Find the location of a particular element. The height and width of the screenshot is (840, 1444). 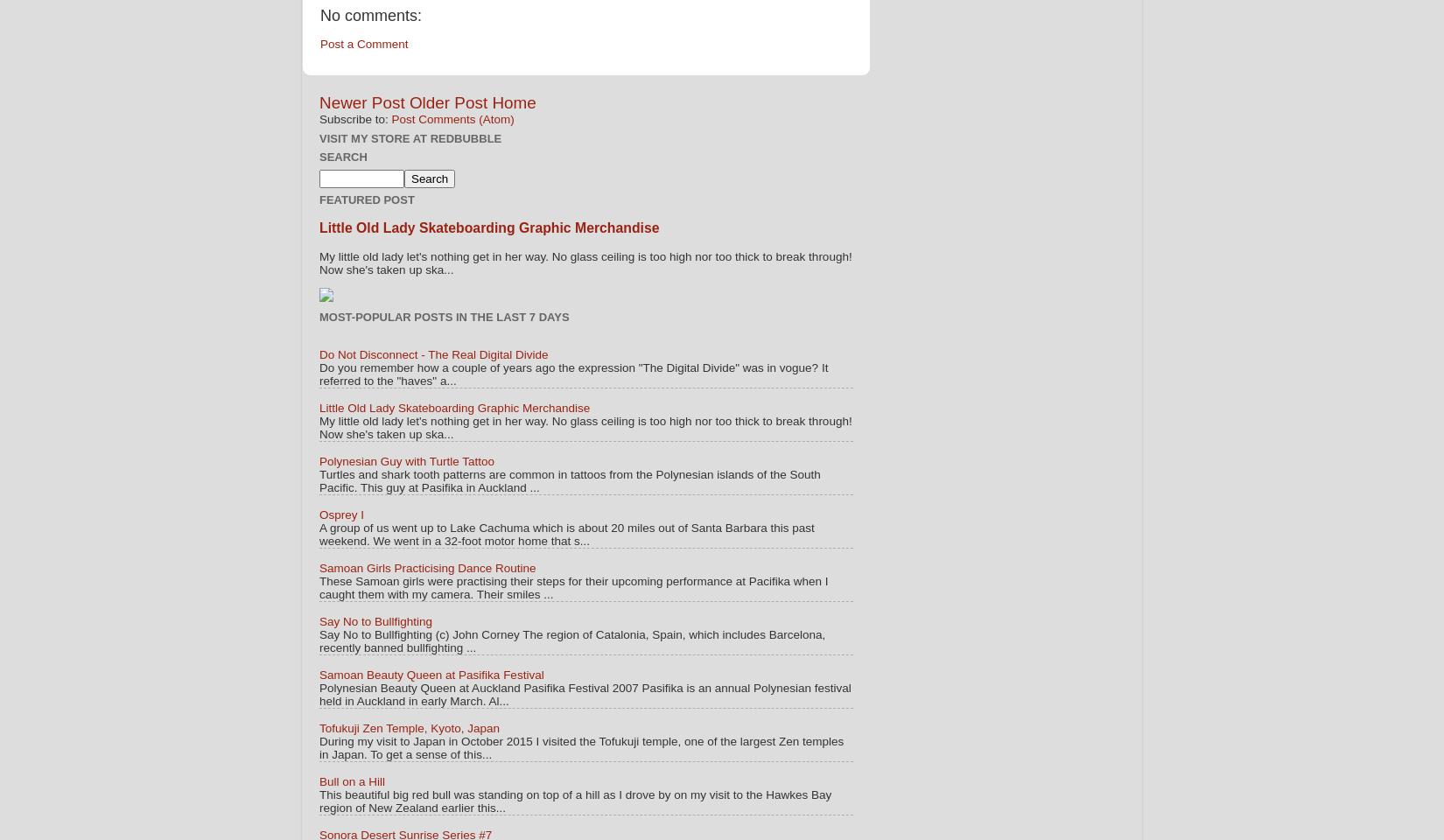

'These Samoan girls were practising their steps for their upcoming performance at Pacifika when I caught them with my camera.   Their smiles ...' is located at coordinates (572, 588).